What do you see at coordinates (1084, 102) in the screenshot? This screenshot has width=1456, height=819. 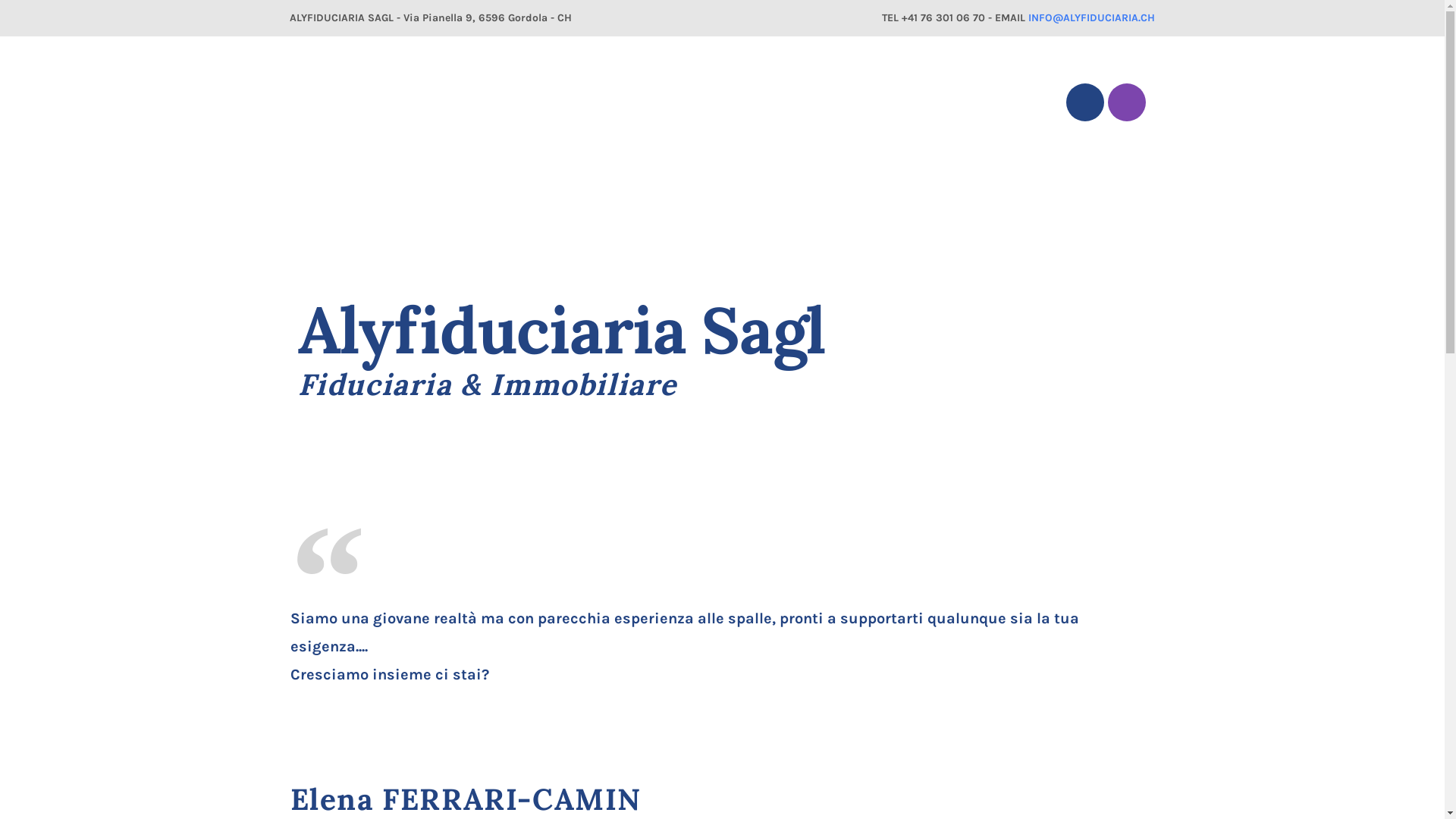 I see `'Facebook'` at bounding box center [1084, 102].